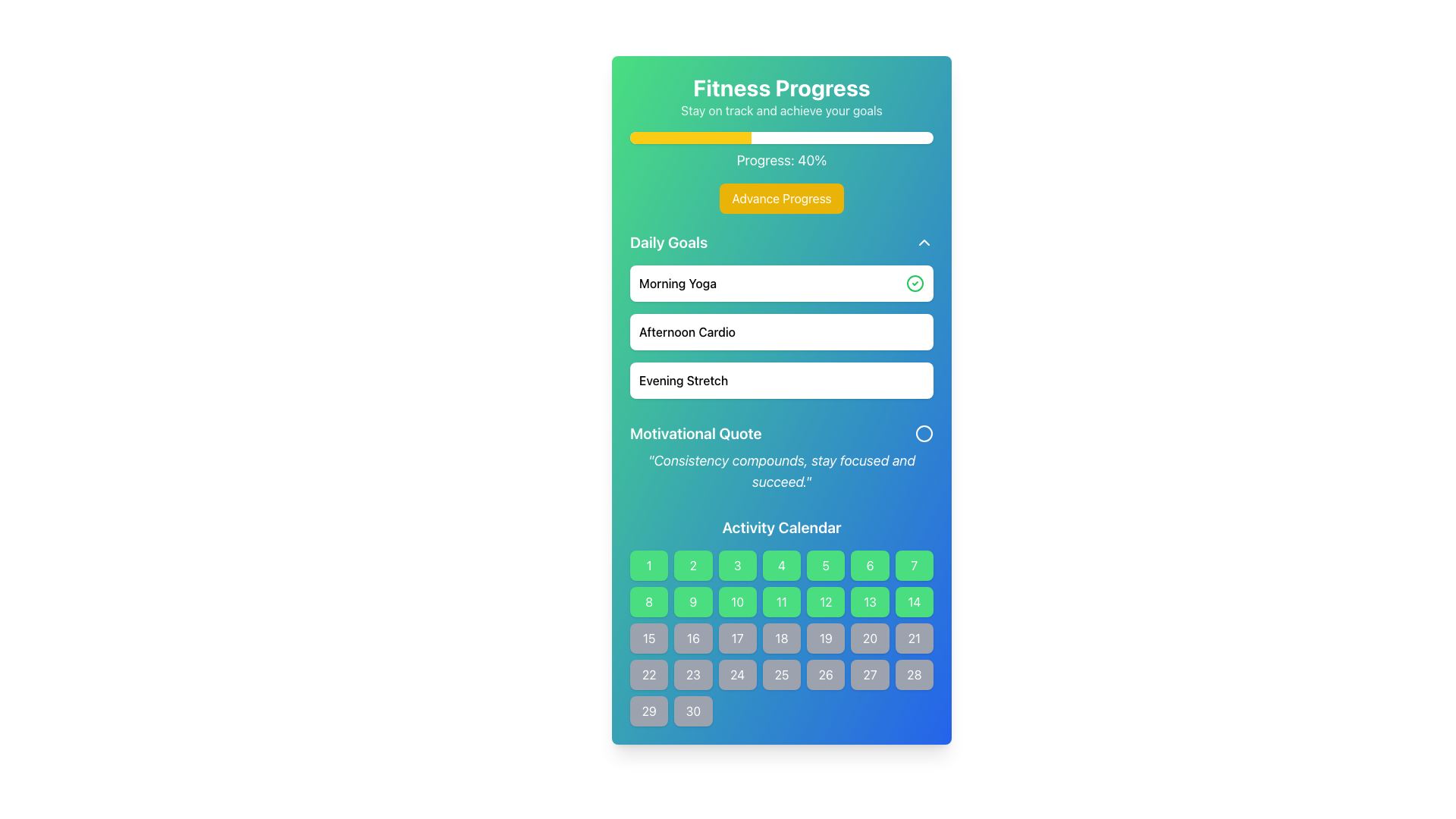  I want to click on the clickable date button labeled '10' in the 'Activity Calendar', so click(737, 601).